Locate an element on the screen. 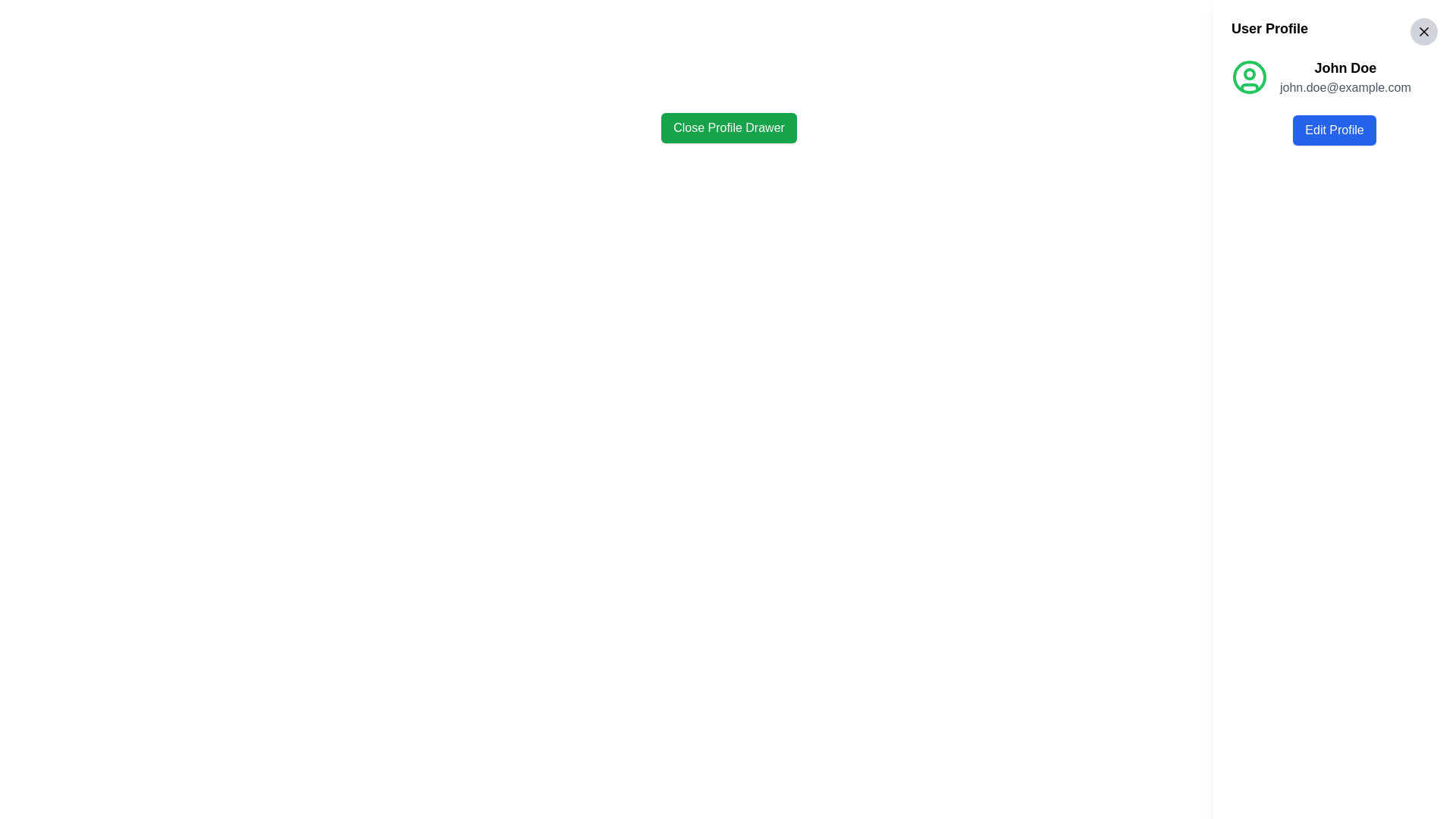 The width and height of the screenshot is (1456, 819). the close button located in the top-right corner of the user profile section is located at coordinates (1423, 32).